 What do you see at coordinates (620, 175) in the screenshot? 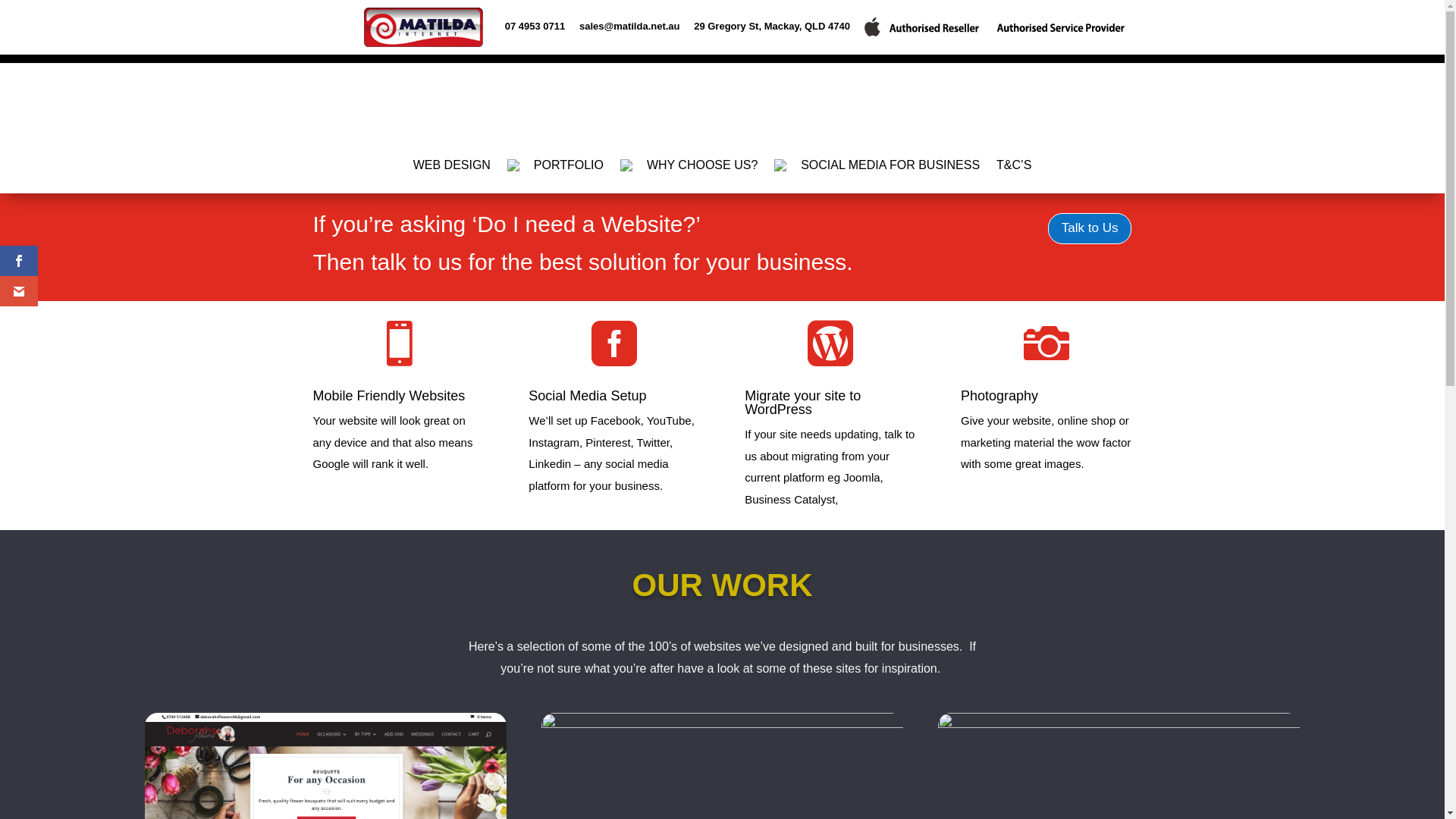
I see `'  WHY CHOOSE US?'` at bounding box center [620, 175].